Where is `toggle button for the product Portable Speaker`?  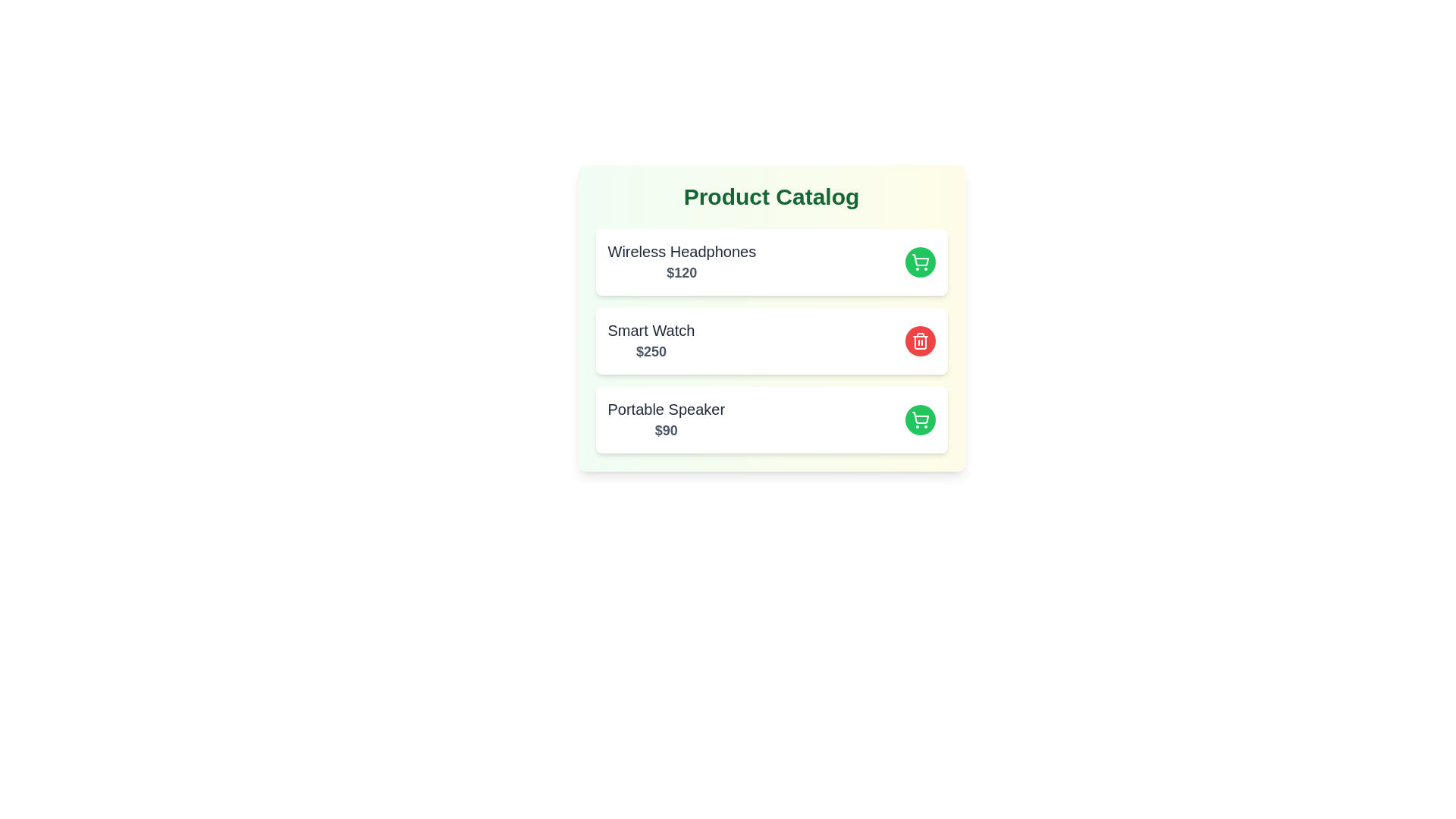
toggle button for the product Portable Speaker is located at coordinates (919, 420).